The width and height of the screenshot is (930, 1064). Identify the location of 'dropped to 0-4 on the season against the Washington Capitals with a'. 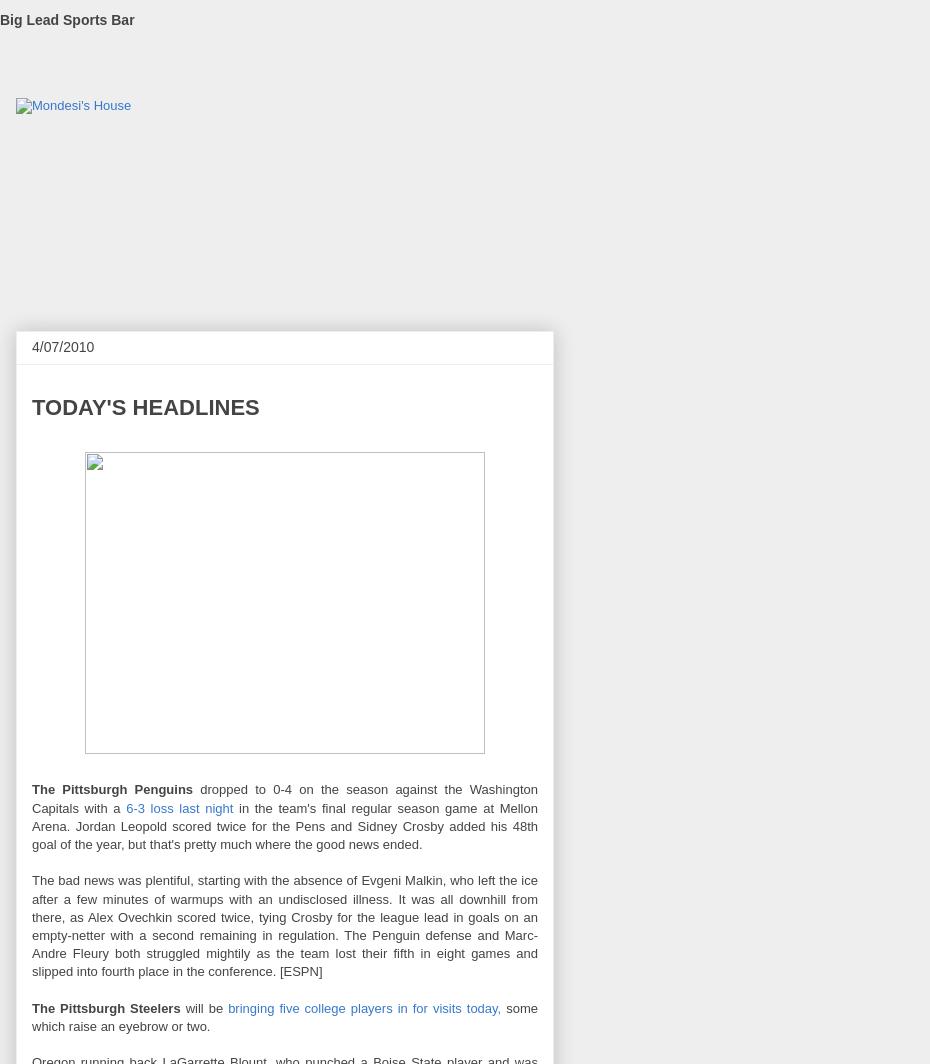
(285, 798).